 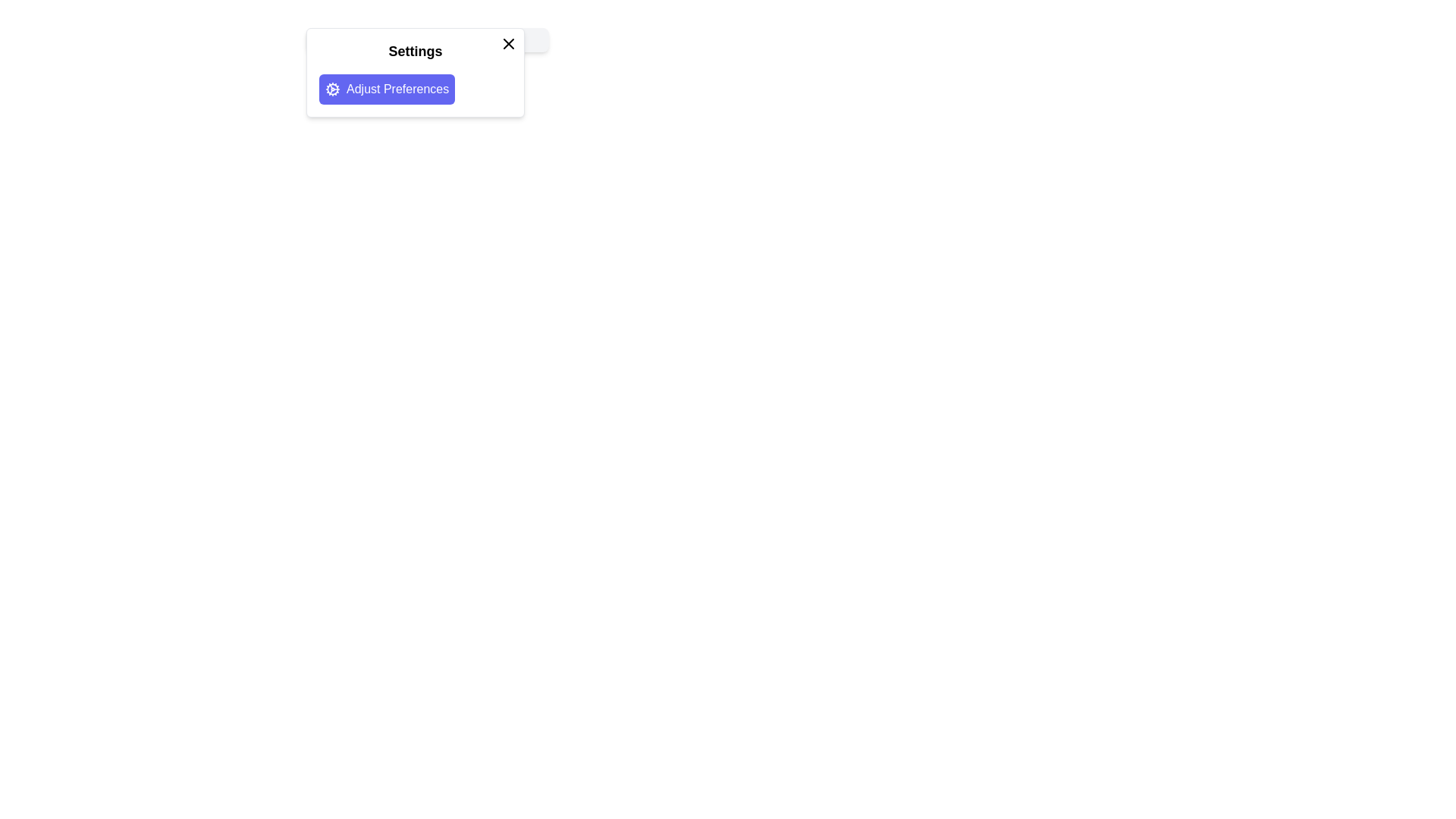 I want to click on the settings button located centrally within the modal titled 'Settings' to possibly see a description, so click(x=387, y=89).